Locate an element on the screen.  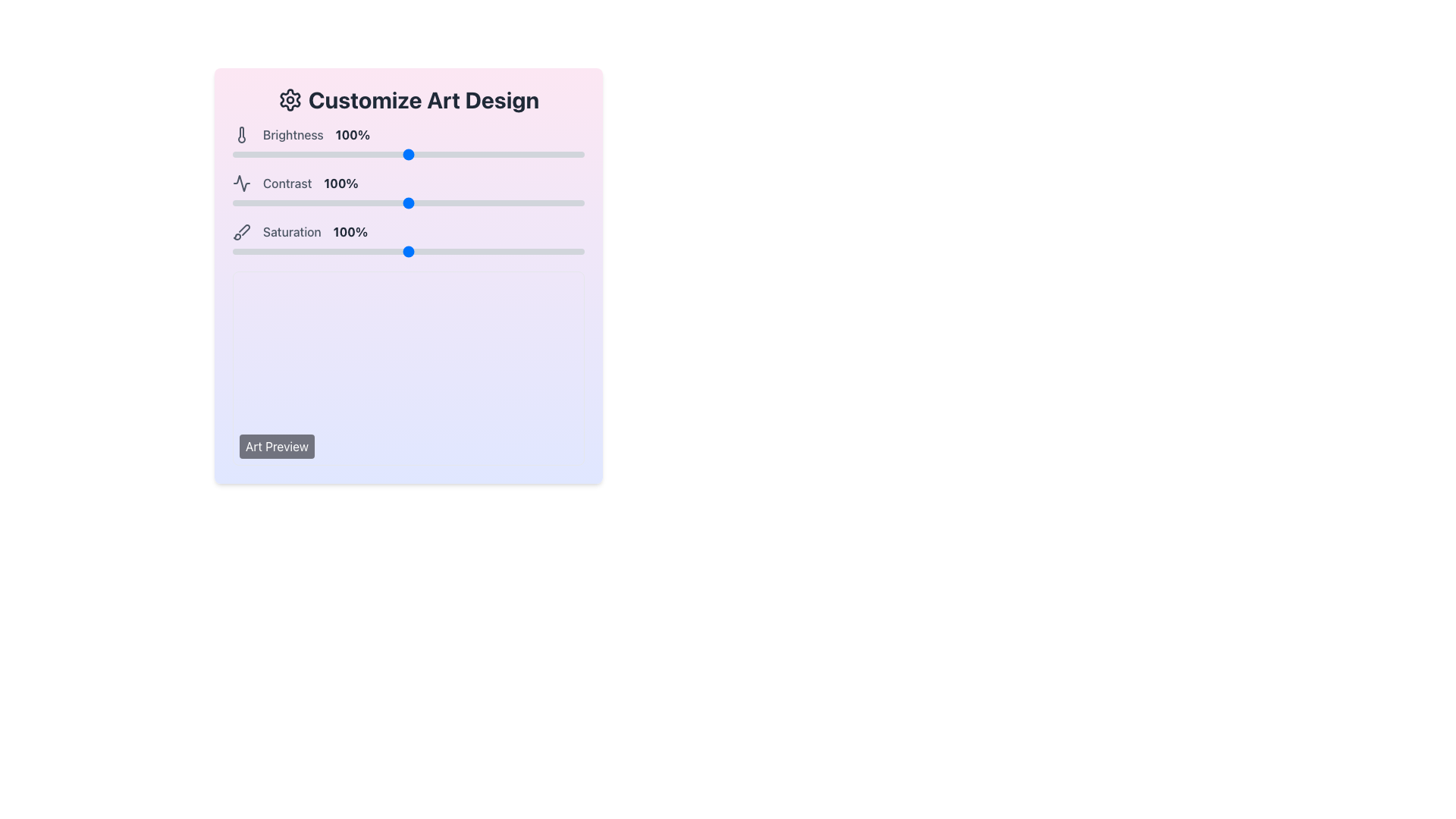
the saturation level is located at coordinates (416, 250).